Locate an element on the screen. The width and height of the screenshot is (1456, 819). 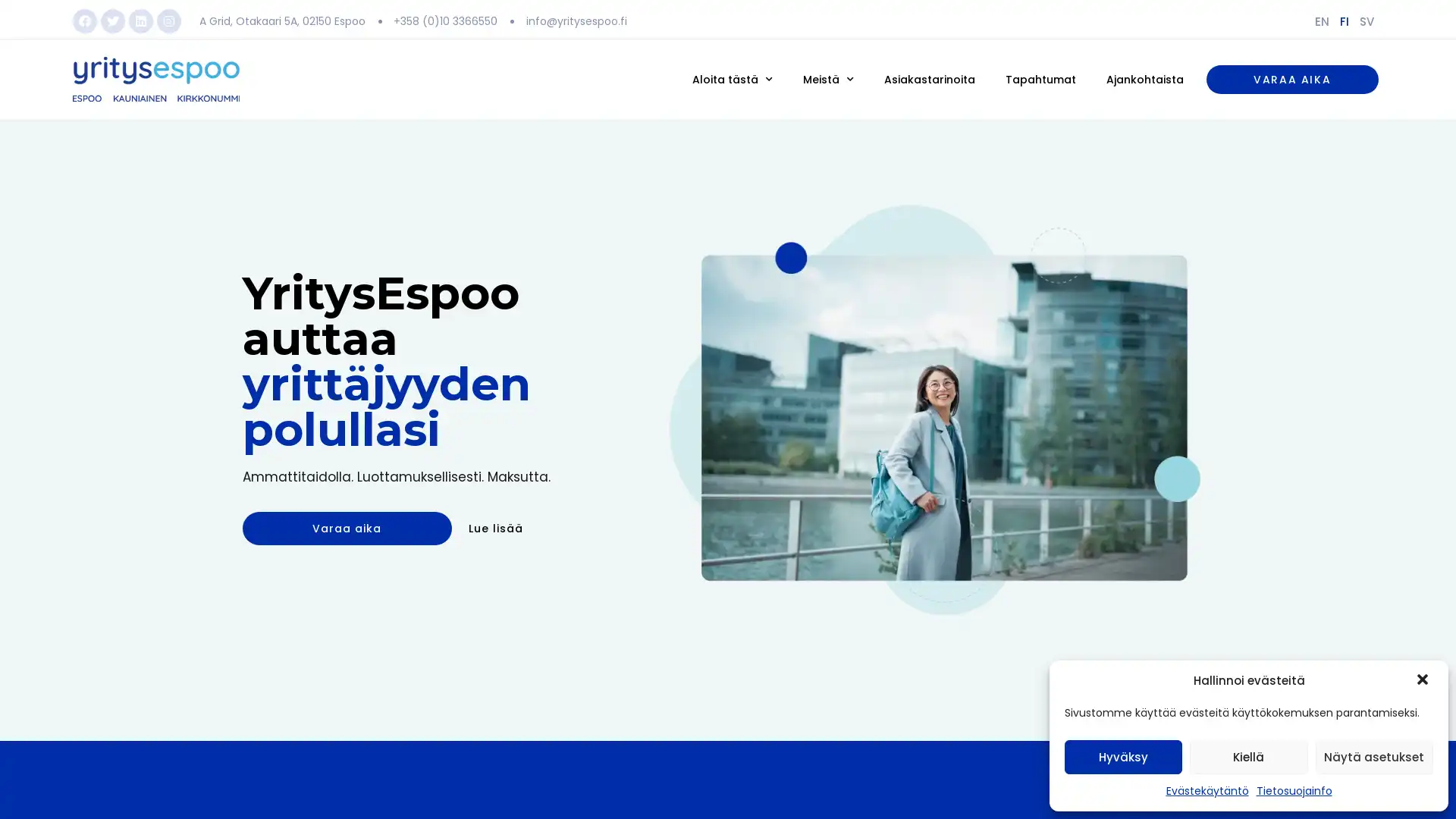
Hyvaksy is located at coordinates (1123, 757).